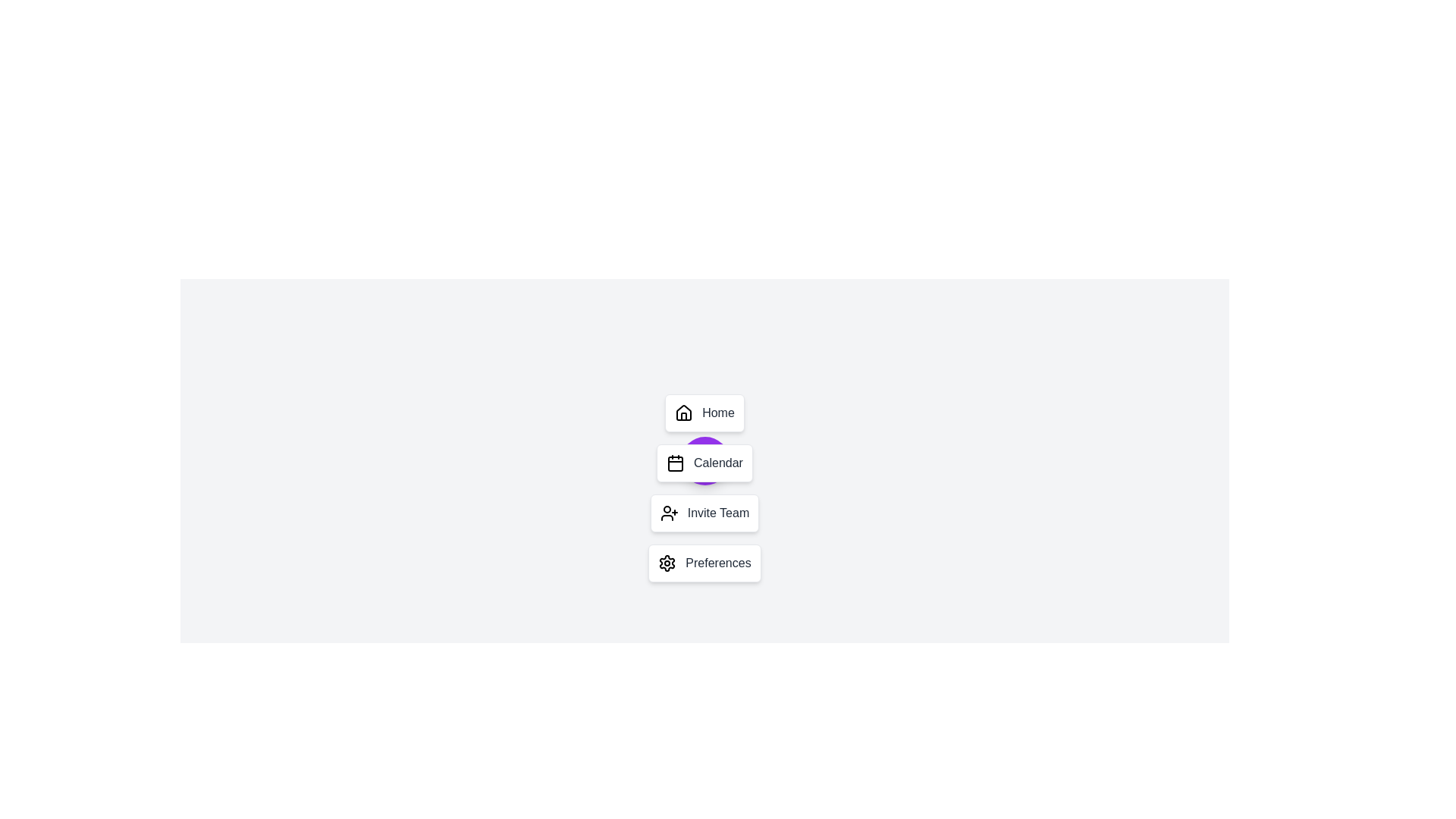  Describe the element at coordinates (704, 488) in the screenshot. I see `the 'Calendar' button in the vertical button group` at that location.